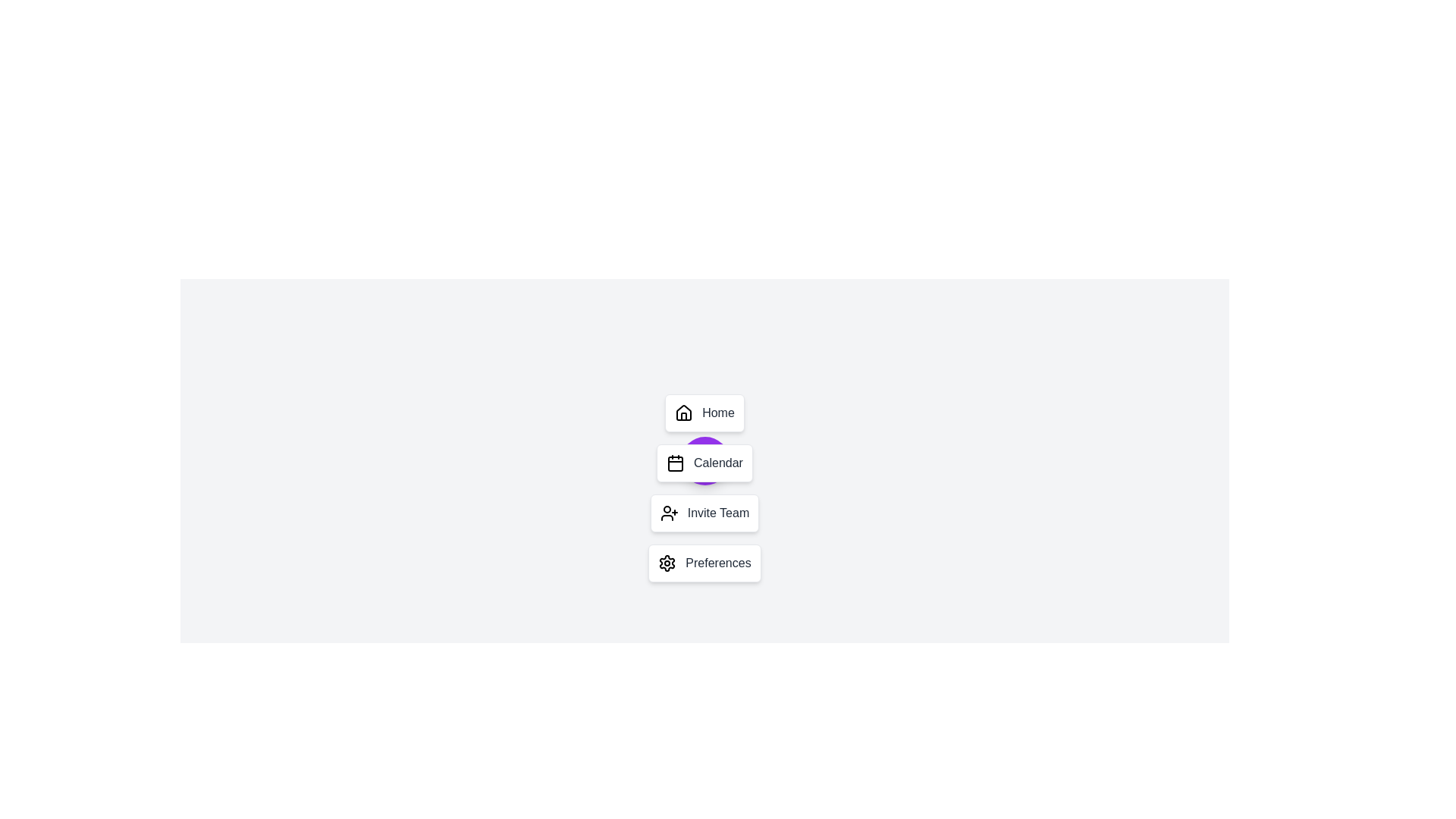  Describe the element at coordinates (704, 488) in the screenshot. I see `the 'Calendar' button in the vertical button group` at that location.